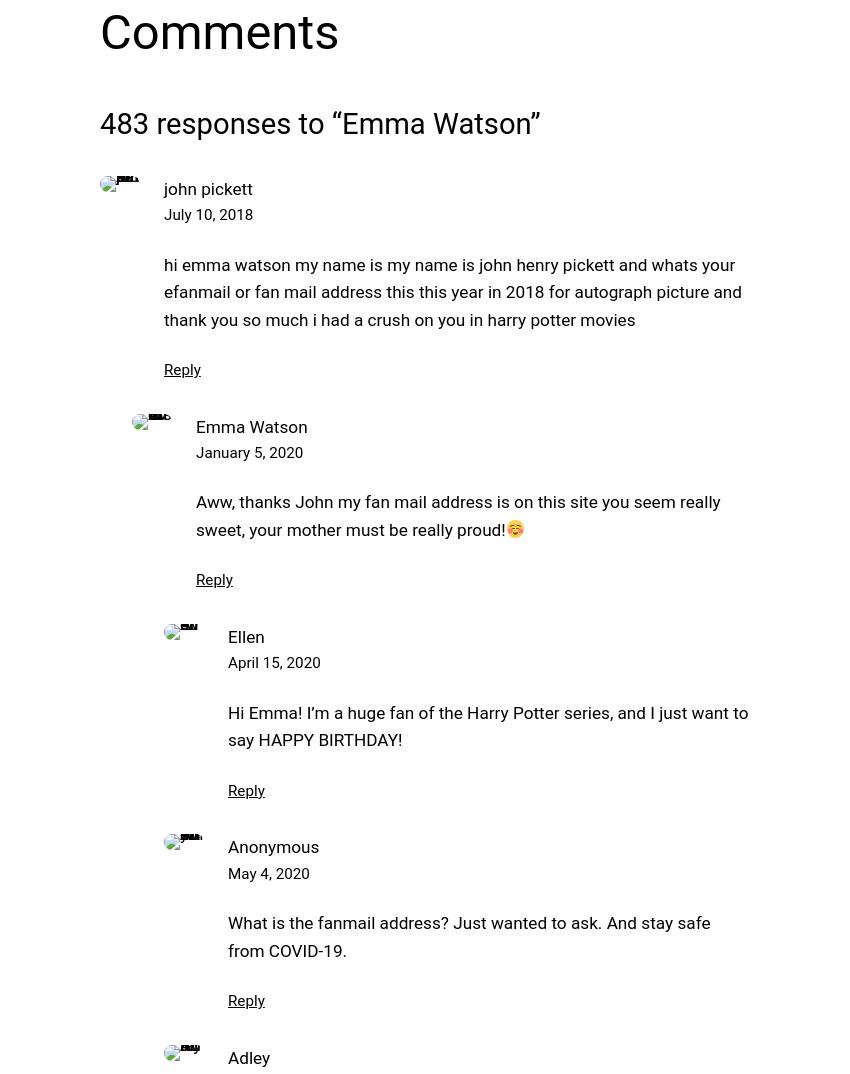 This screenshot has height=1074, width=850. Describe the element at coordinates (249, 452) in the screenshot. I see `'January 5, 2020'` at that location.